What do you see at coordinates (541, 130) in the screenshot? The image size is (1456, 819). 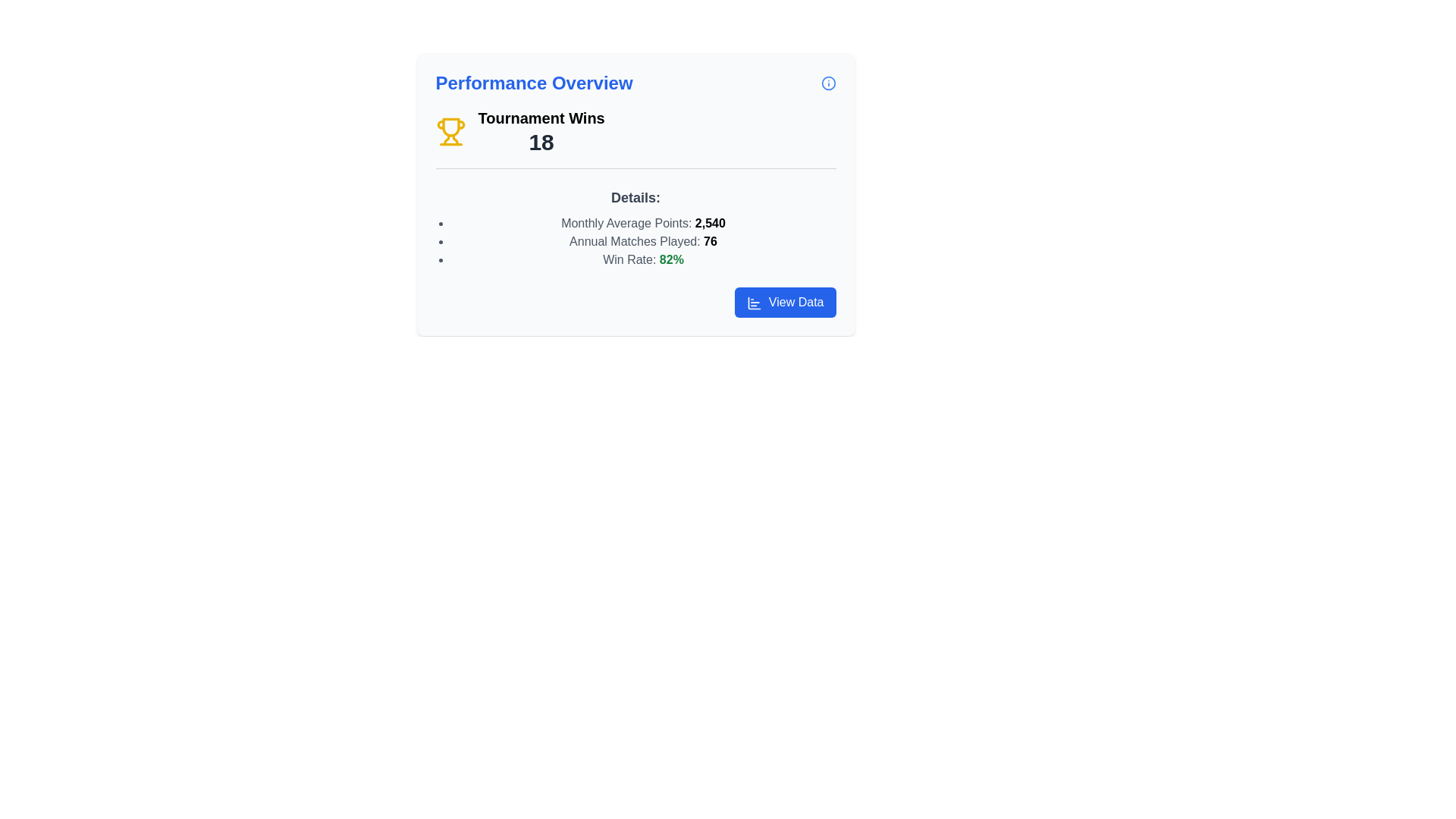 I see `contents of the text block displaying 'Tournament Wins' and the number '18', which is centrally aligned and located adjacent to a trophy icon in the 'Performance Overview' section` at bounding box center [541, 130].